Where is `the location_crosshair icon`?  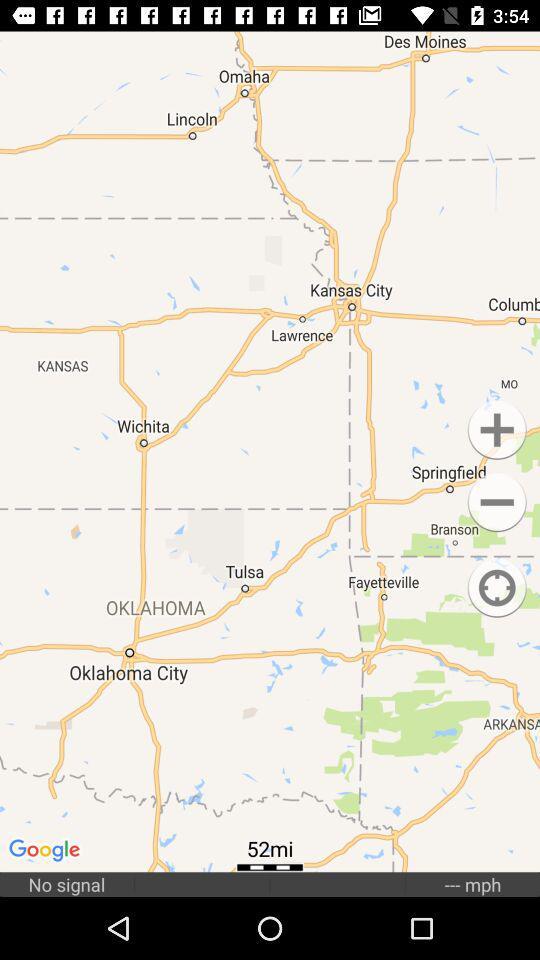 the location_crosshair icon is located at coordinates (496, 588).